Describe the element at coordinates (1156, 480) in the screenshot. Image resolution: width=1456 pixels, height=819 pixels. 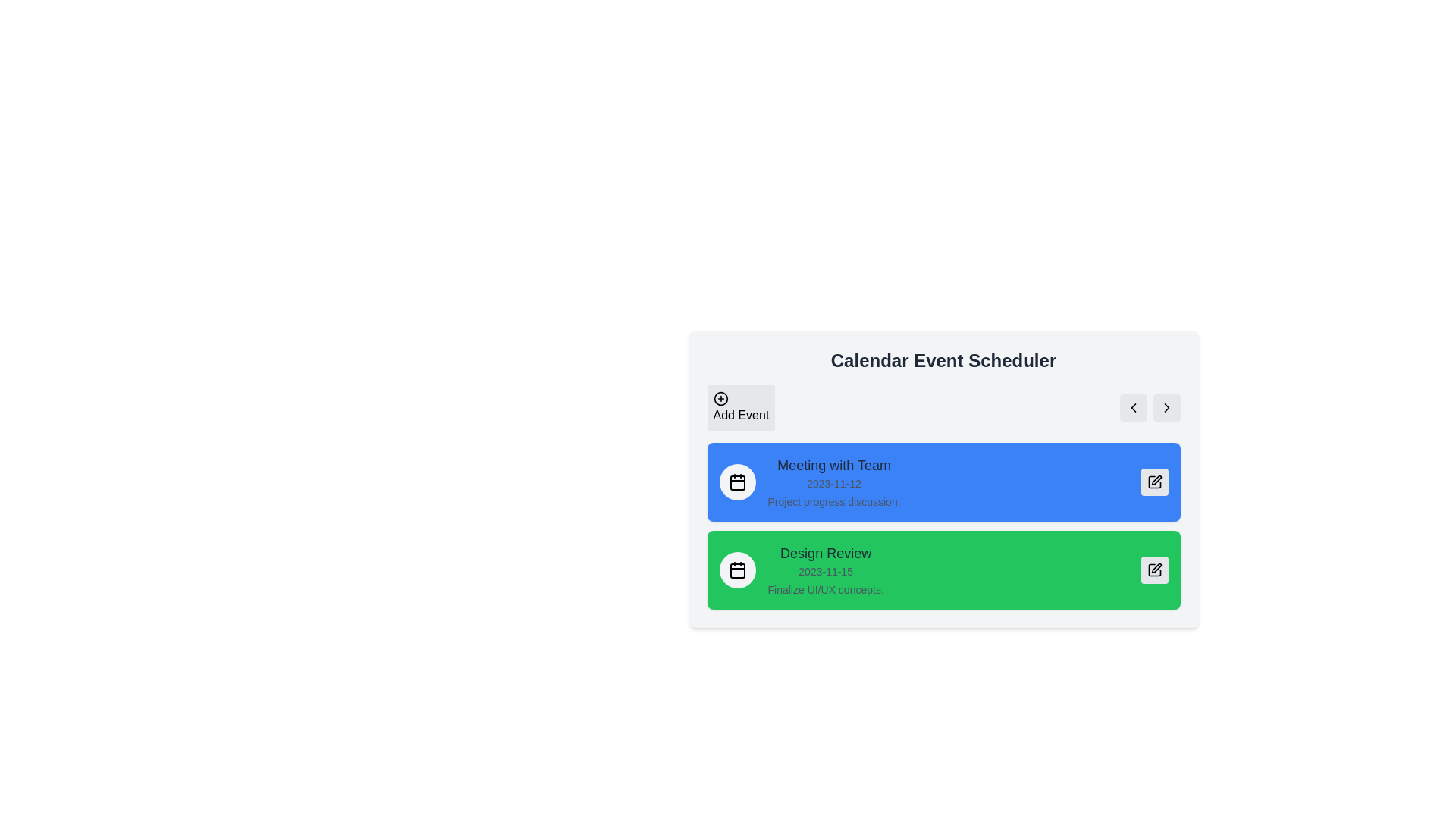
I see `the icon button located in the blue event section labeled 'Meeting with Team'` at that location.